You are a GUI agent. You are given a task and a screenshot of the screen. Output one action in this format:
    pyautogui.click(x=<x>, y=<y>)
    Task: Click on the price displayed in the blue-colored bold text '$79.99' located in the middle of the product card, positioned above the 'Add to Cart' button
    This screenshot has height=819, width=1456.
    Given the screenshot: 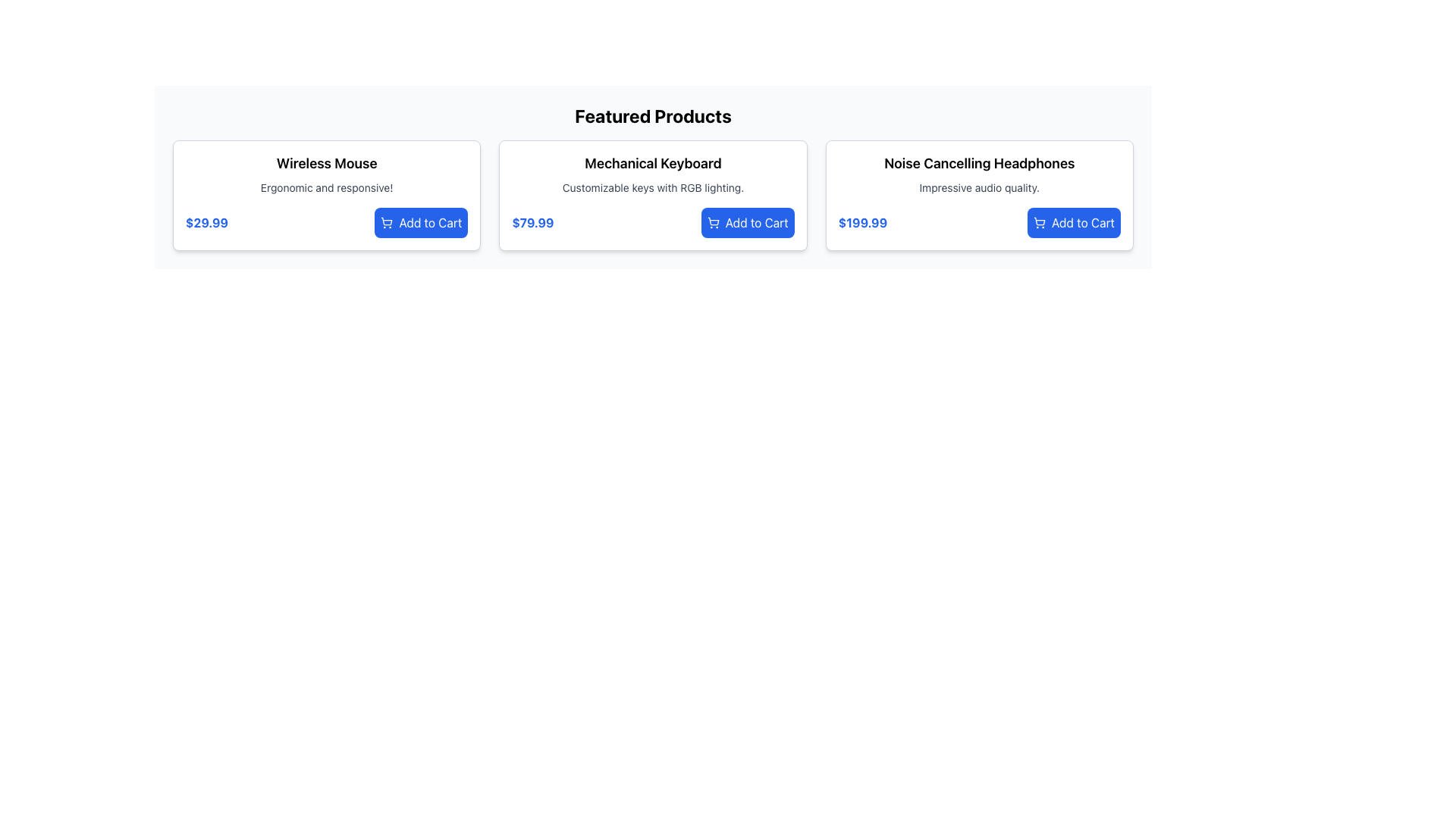 What is the action you would take?
    pyautogui.click(x=532, y=222)
    